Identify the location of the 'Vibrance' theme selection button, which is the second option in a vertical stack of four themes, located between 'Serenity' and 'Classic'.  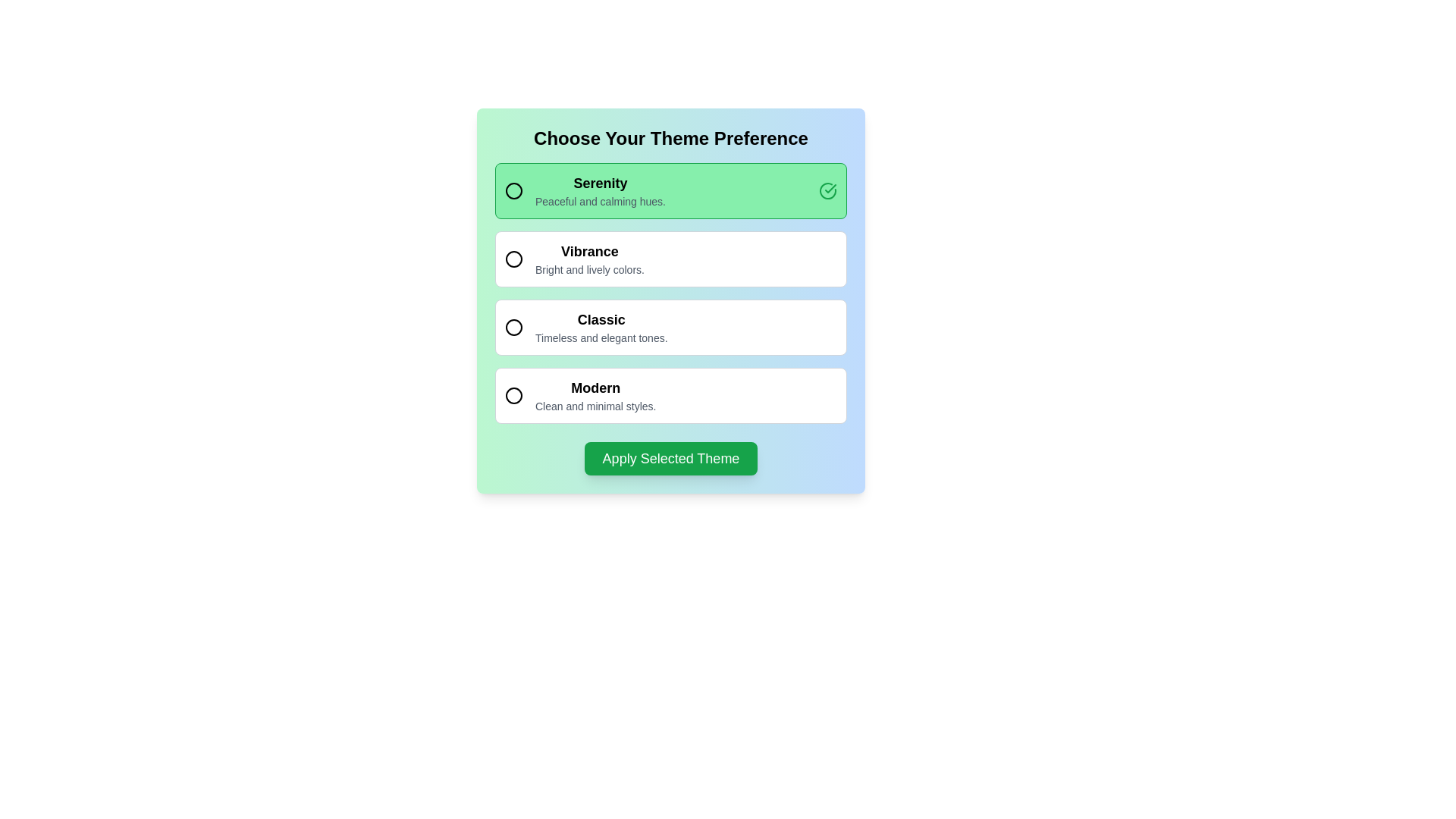
(670, 259).